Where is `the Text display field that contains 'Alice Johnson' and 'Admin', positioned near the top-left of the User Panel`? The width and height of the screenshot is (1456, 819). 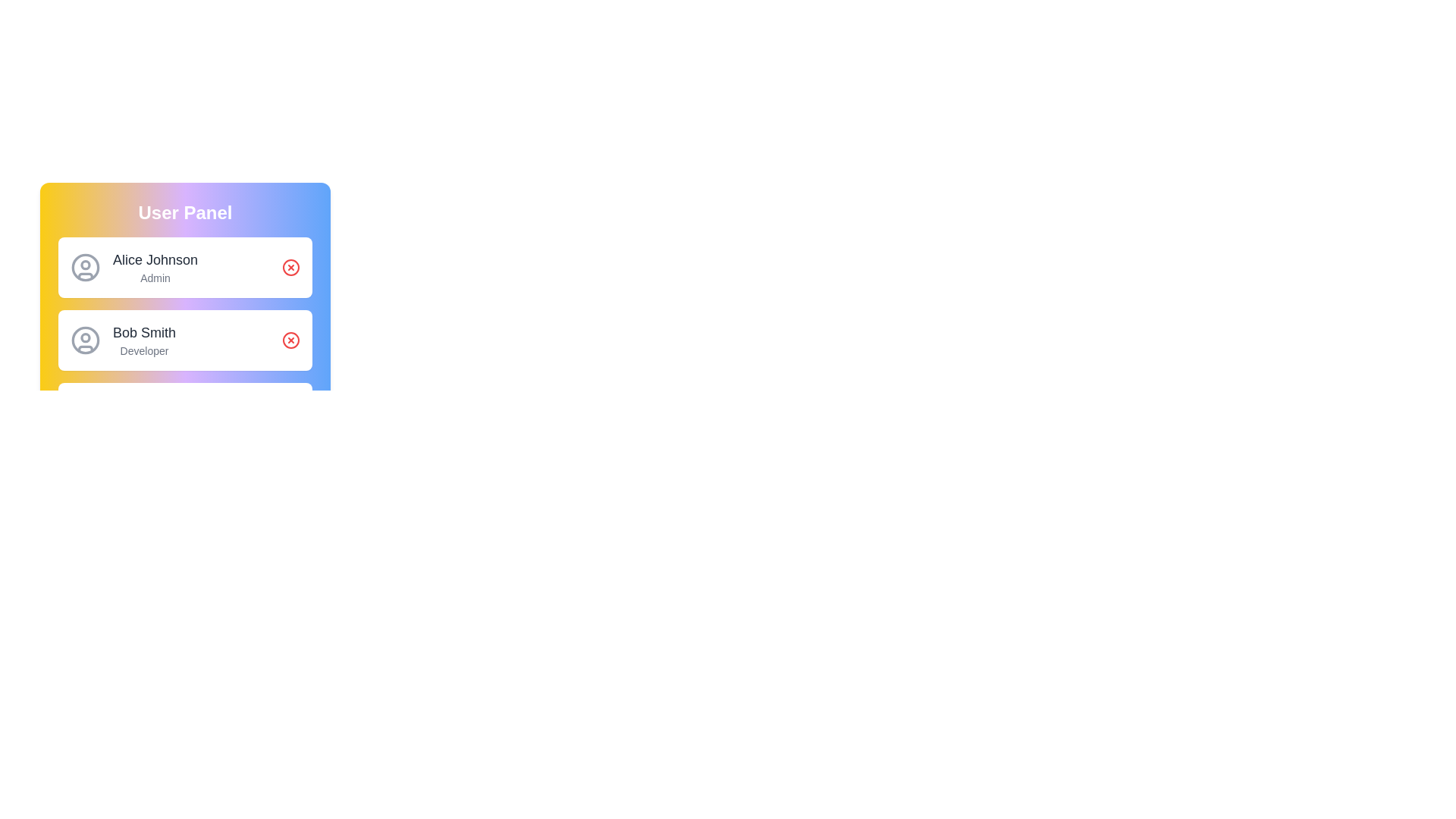
the Text display field that contains 'Alice Johnson' and 'Admin', positioned near the top-left of the User Panel is located at coordinates (155, 267).